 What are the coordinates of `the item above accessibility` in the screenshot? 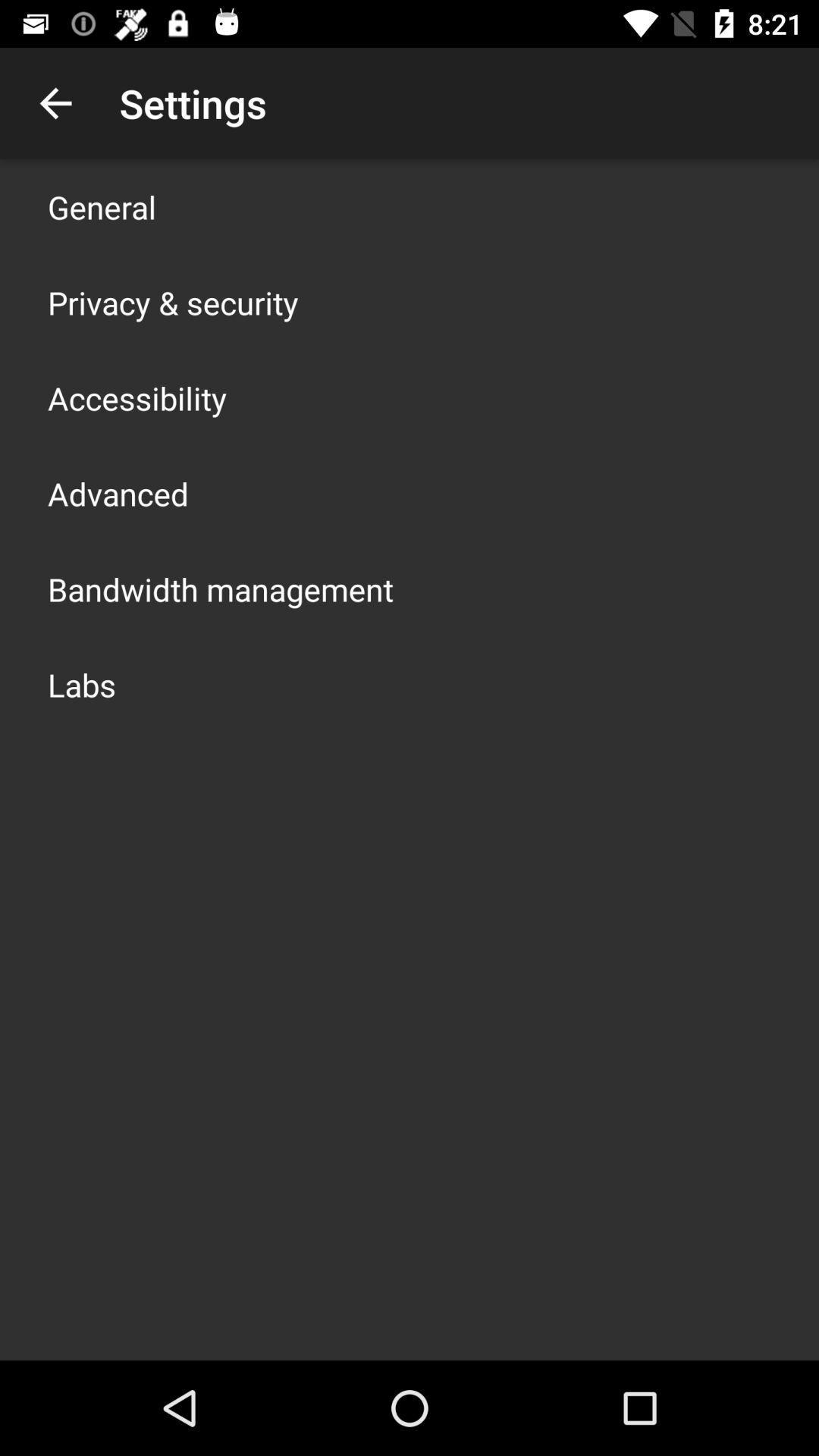 It's located at (172, 302).